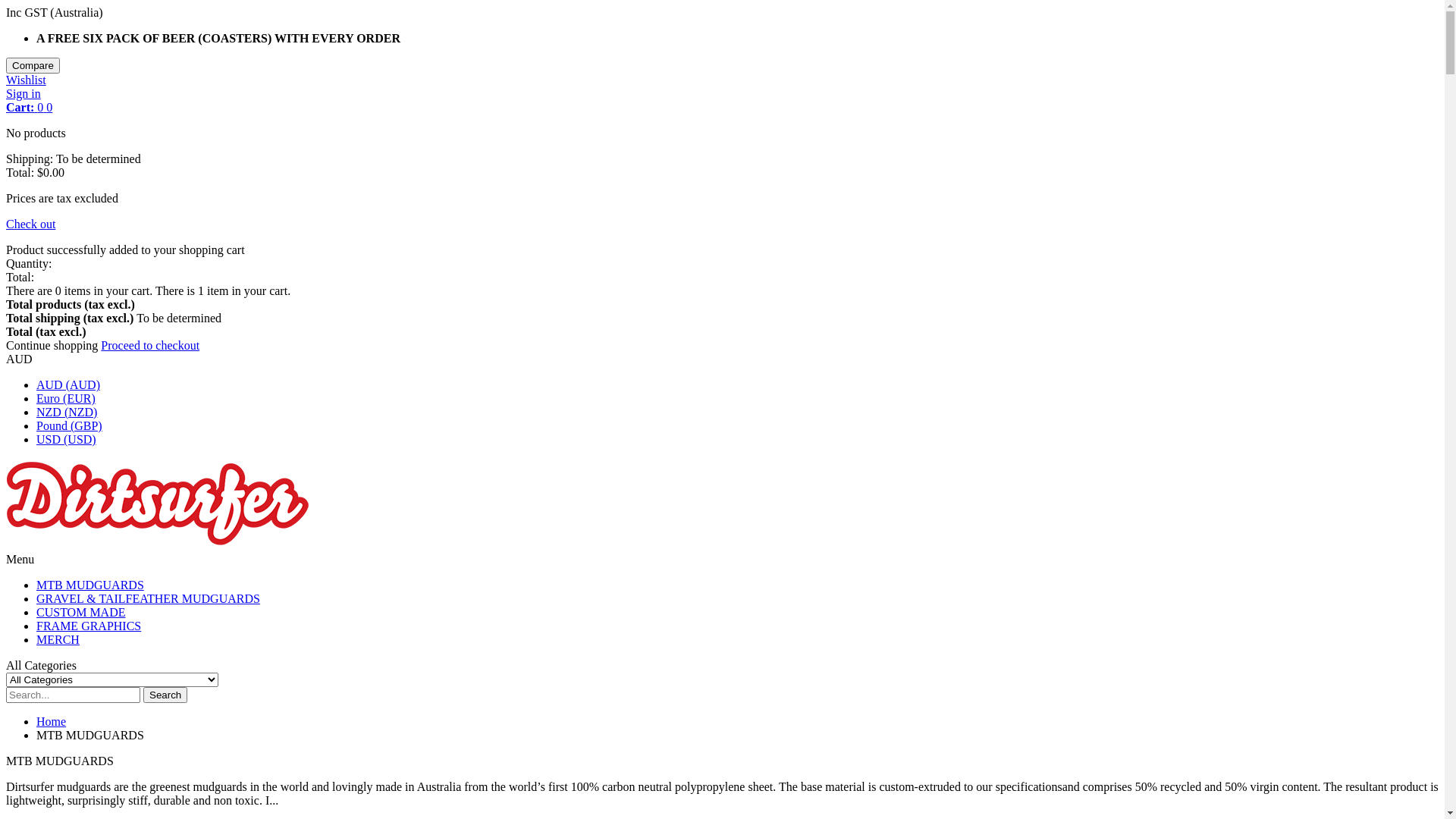 The height and width of the screenshot is (819, 1456). What do you see at coordinates (64, 397) in the screenshot?
I see `'Euro (EUR)'` at bounding box center [64, 397].